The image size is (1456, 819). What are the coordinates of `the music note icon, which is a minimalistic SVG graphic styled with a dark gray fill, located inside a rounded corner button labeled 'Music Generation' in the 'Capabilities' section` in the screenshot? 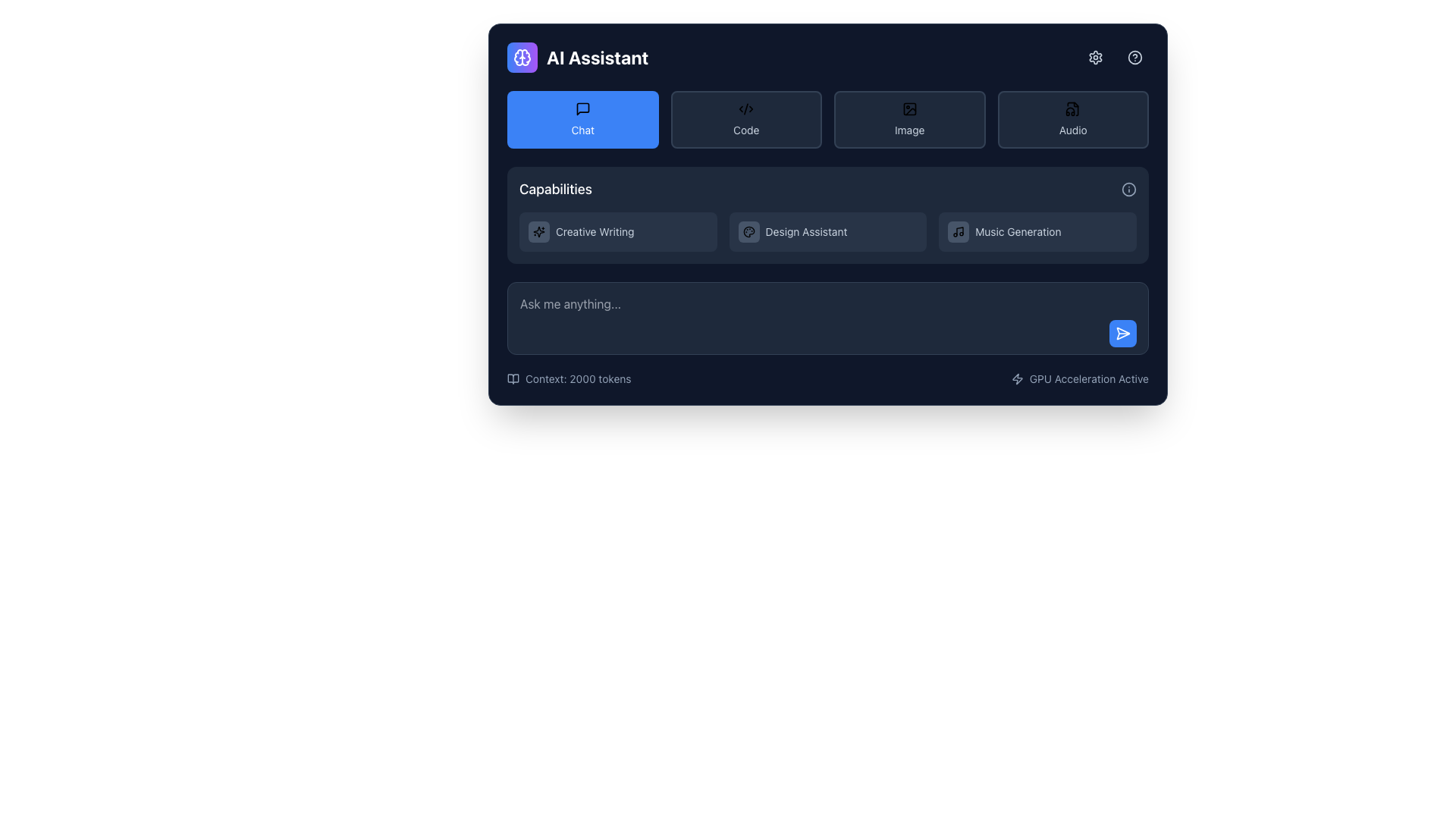 It's located at (958, 231).